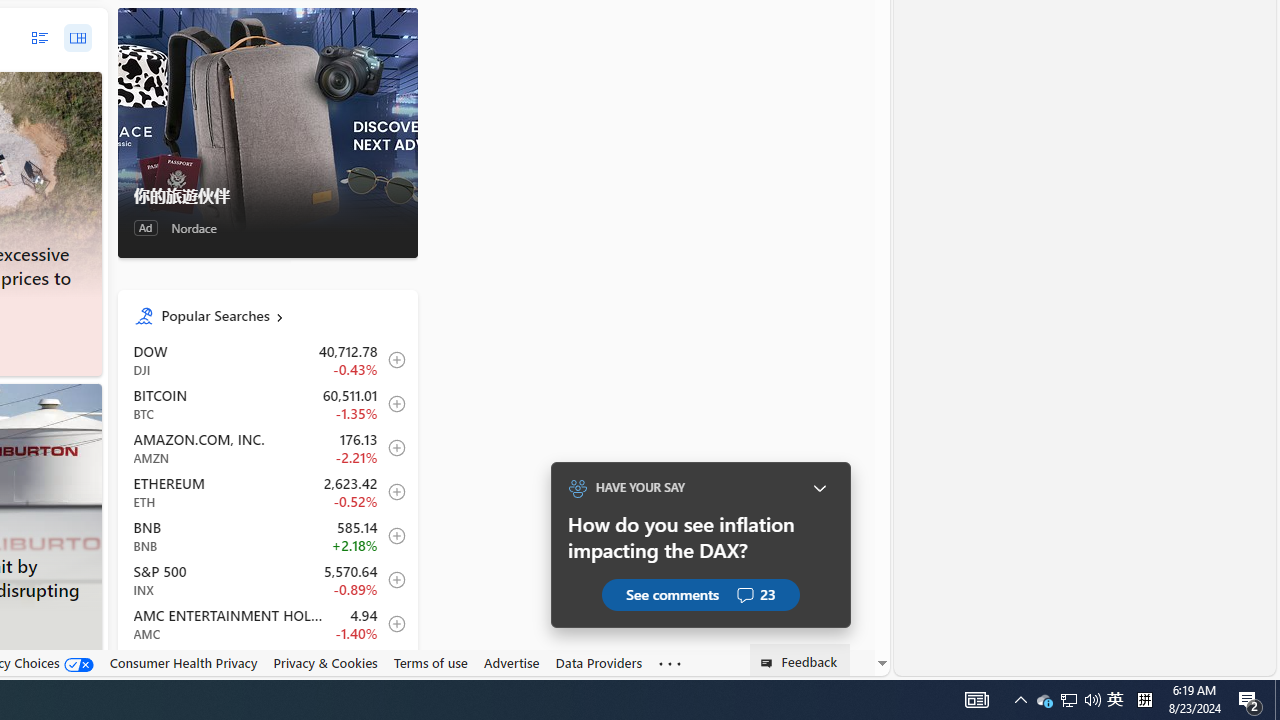  Describe the element at coordinates (266, 579) in the screenshot. I see `'INX S&P 500 decrease 5,570.64 -50.21 -0.89% itemundefined'` at that location.